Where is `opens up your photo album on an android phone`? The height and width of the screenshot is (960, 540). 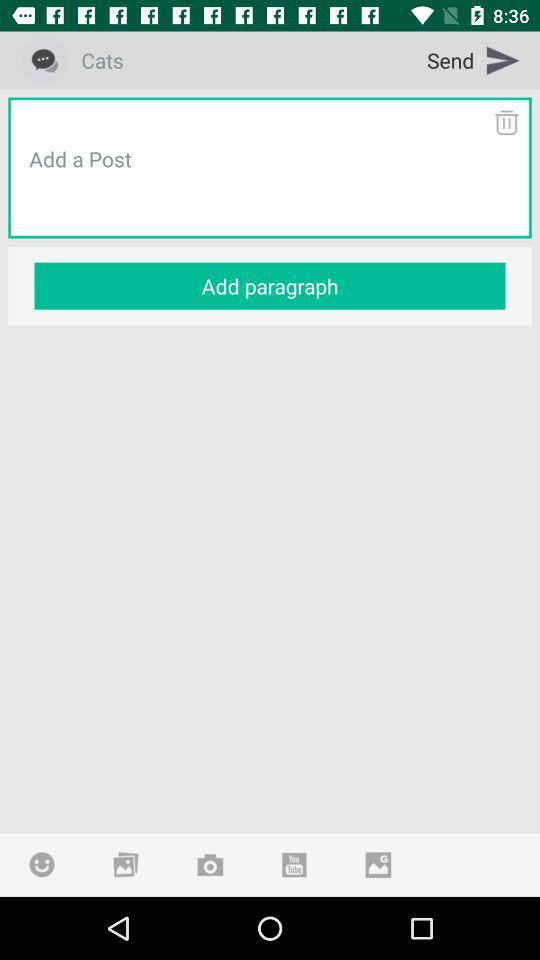
opens up your photo album on an android phone is located at coordinates (125, 863).